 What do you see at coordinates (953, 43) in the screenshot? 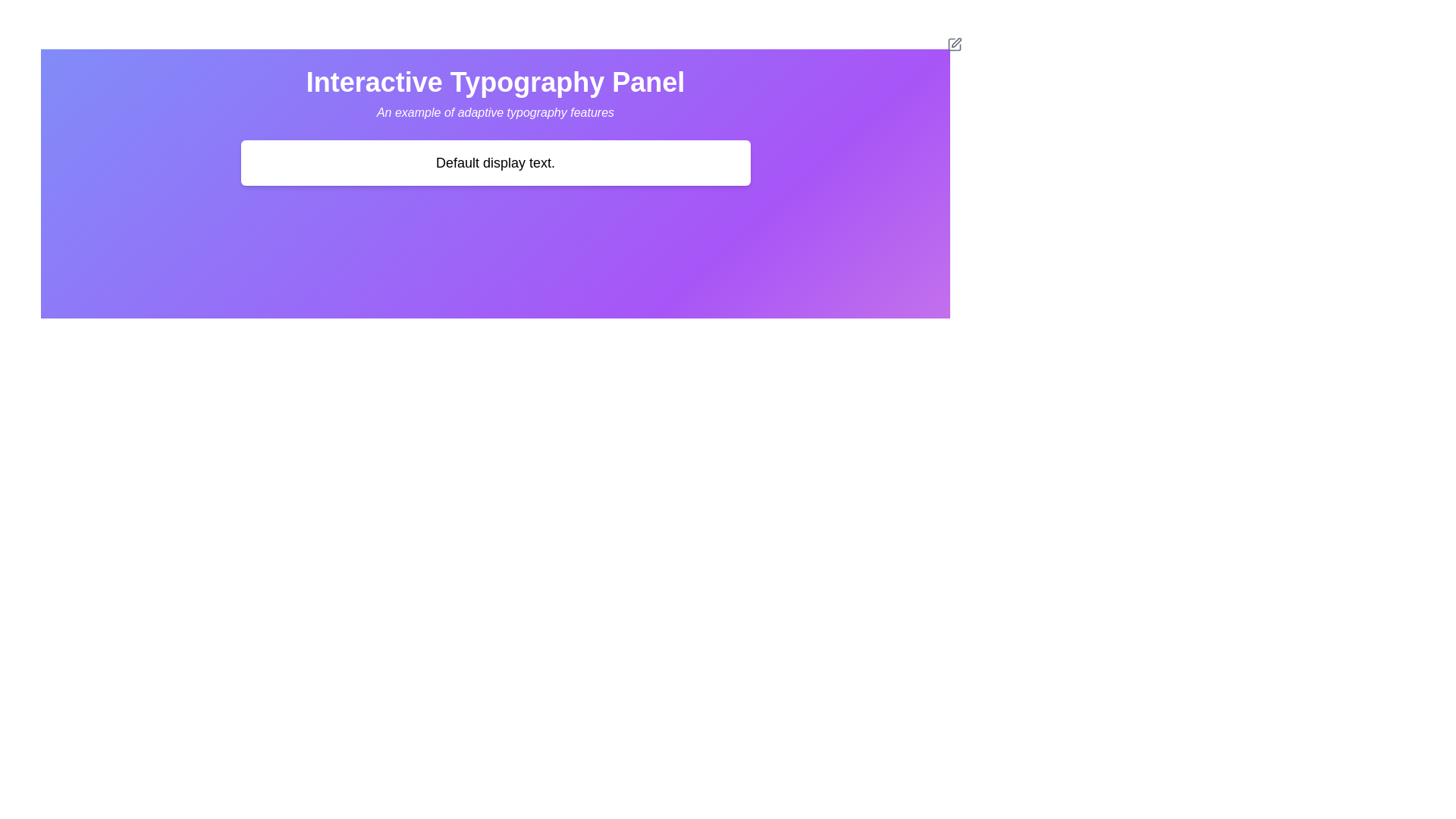
I see `the SVG icon resembling a pen or pencil within a square, located in the top-right corner of a white rectangular element` at bounding box center [953, 43].